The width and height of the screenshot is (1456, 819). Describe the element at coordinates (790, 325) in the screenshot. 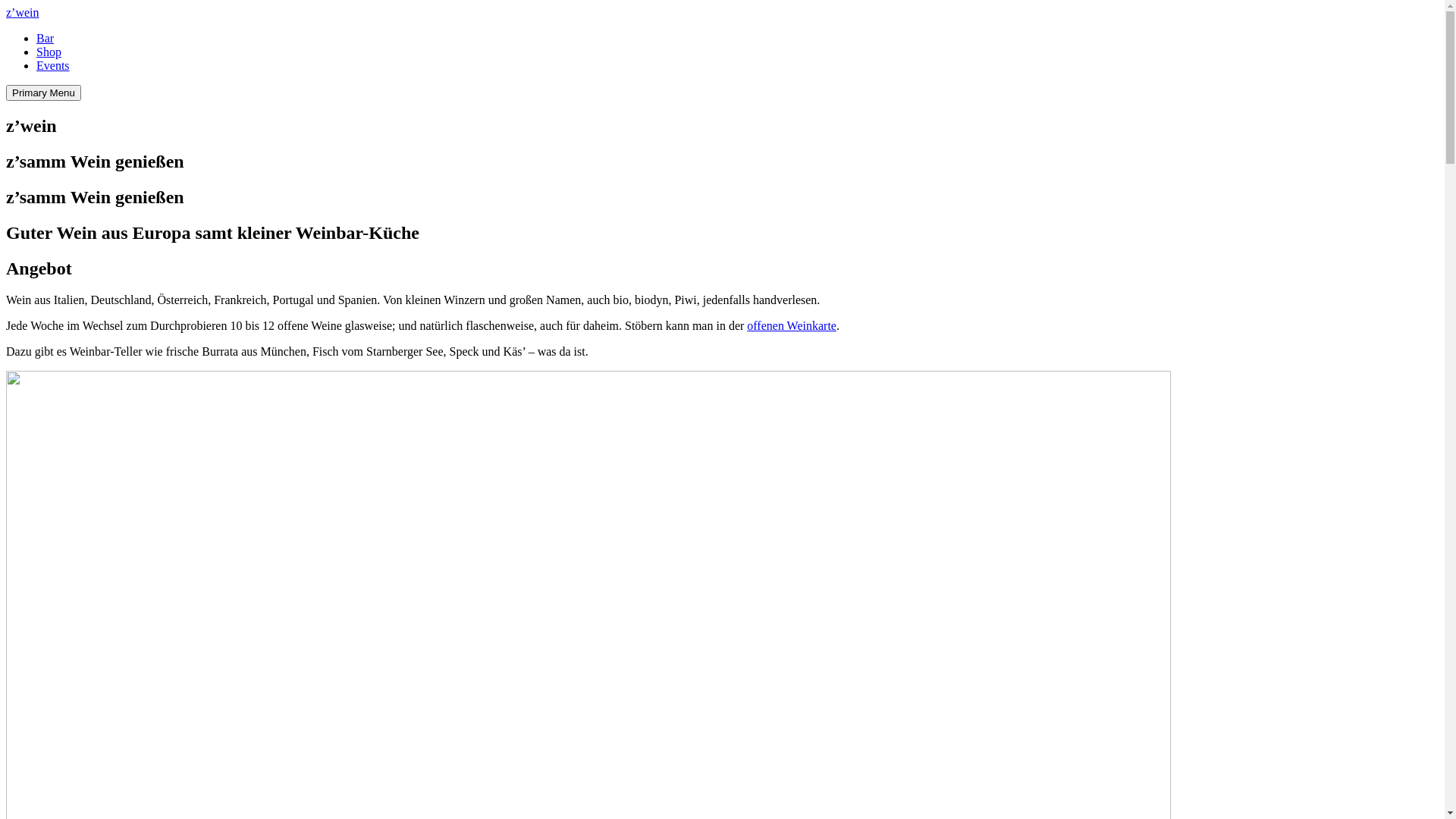

I see `'offenen Weinkarte'` at that location.